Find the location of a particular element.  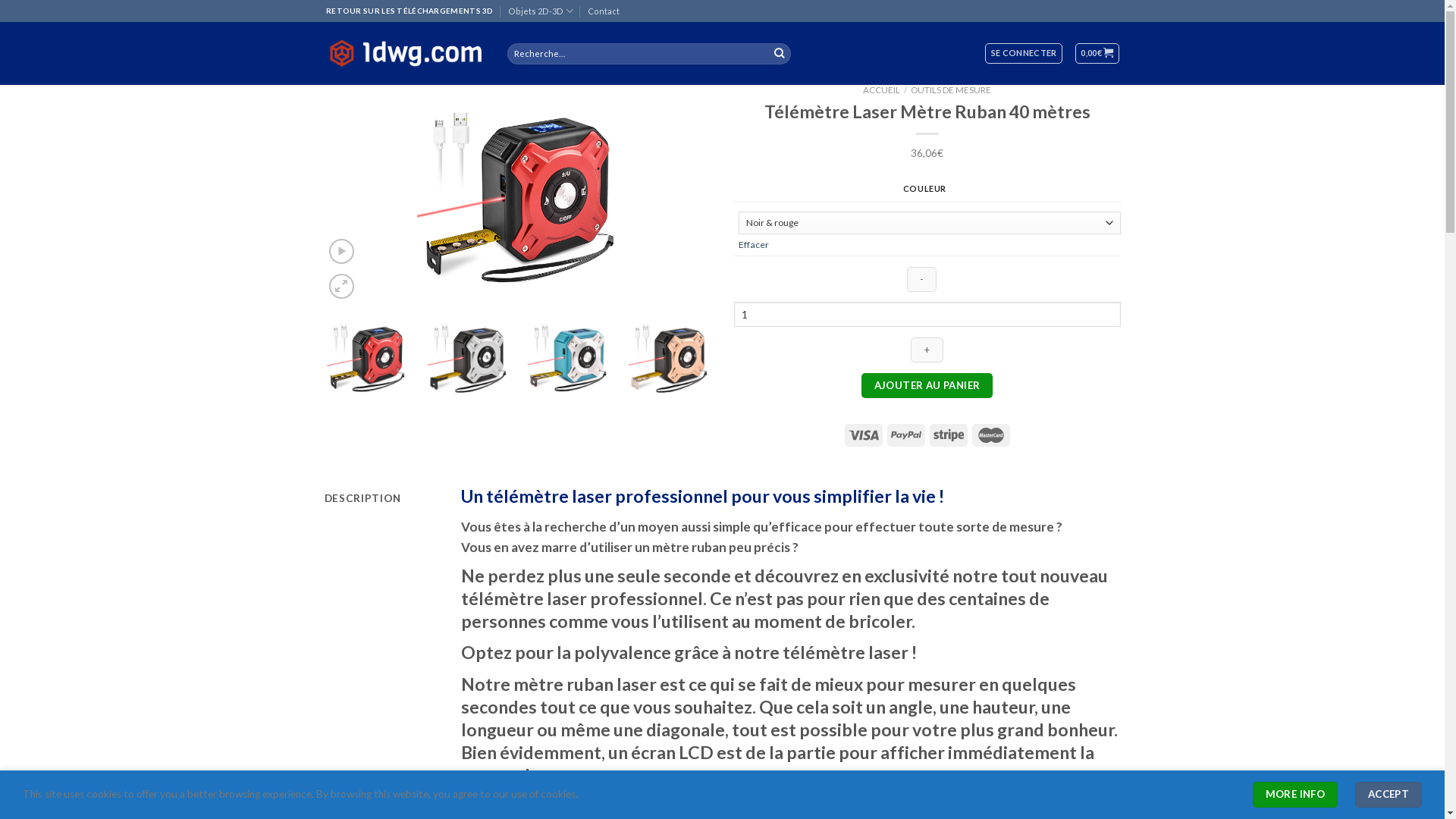

'ACCUEIL' is located at coordinates (881, 89).